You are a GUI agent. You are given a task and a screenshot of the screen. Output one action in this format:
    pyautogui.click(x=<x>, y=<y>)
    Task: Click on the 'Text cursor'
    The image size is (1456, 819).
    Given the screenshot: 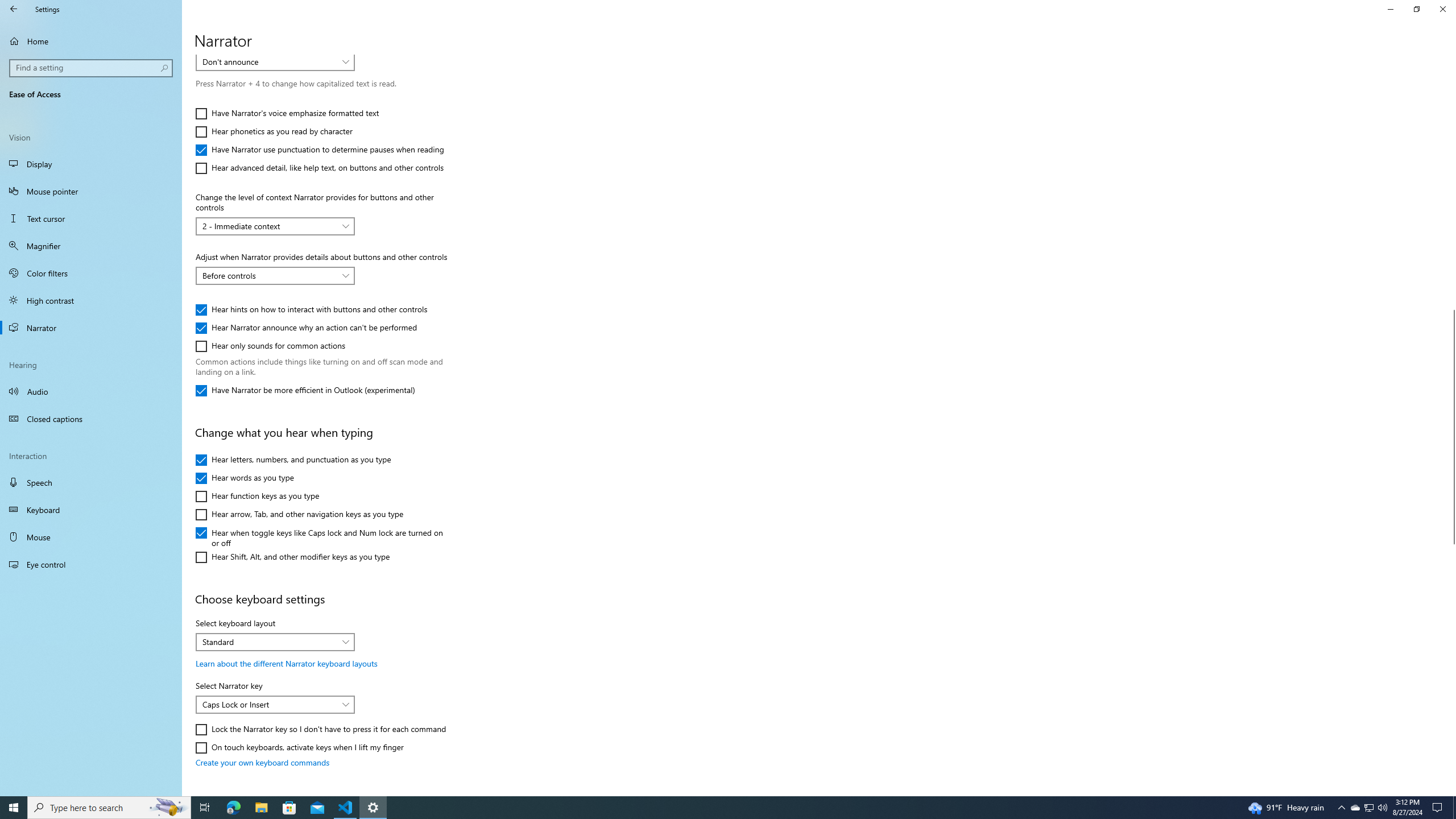 What is the action you would take?
    pyautogui.click(x=90, y=217)
    